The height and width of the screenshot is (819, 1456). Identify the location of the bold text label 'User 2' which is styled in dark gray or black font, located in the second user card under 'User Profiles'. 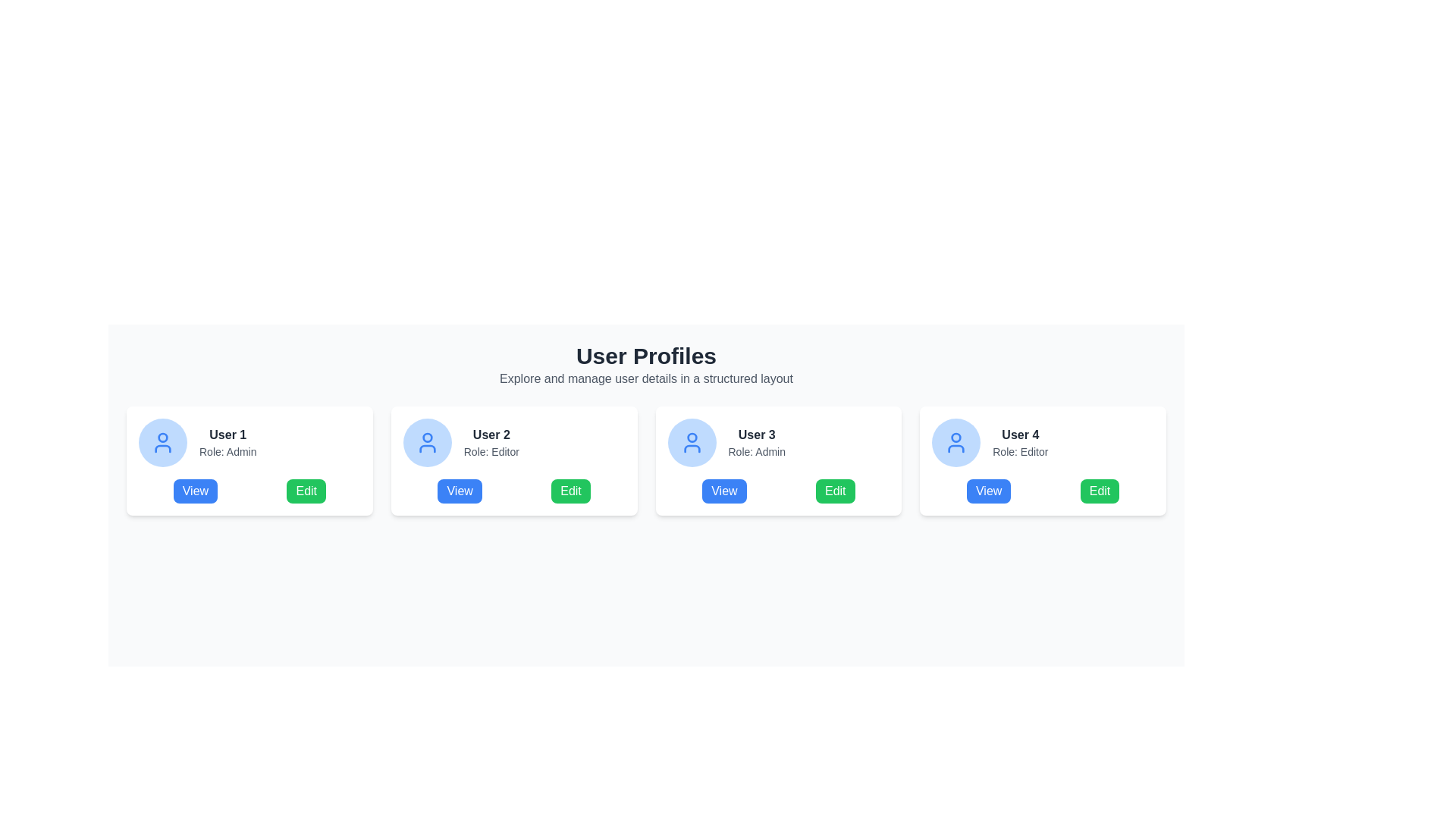
(491, 435).